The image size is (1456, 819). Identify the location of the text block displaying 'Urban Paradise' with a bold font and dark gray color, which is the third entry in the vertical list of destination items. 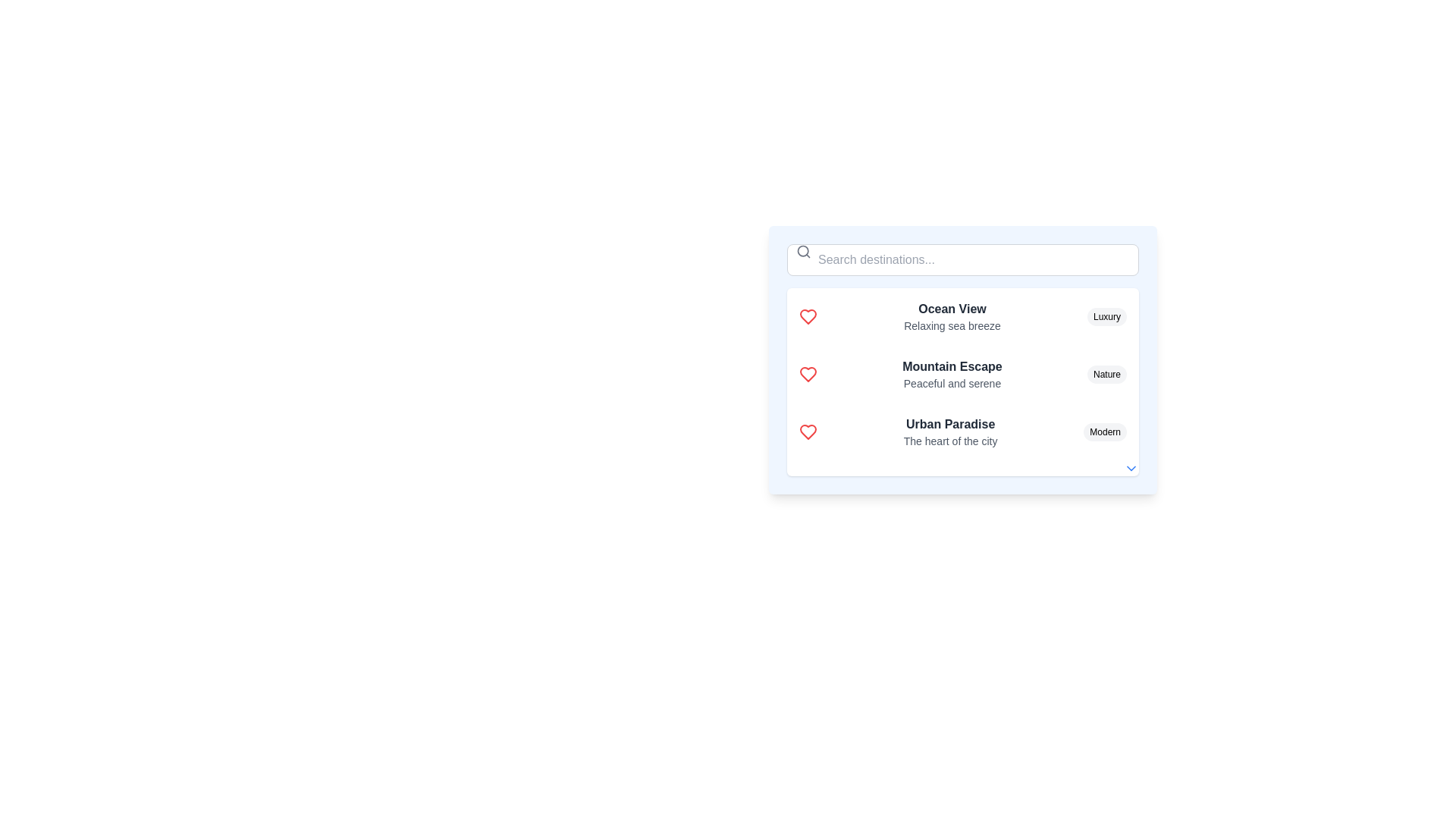
(949, 432).